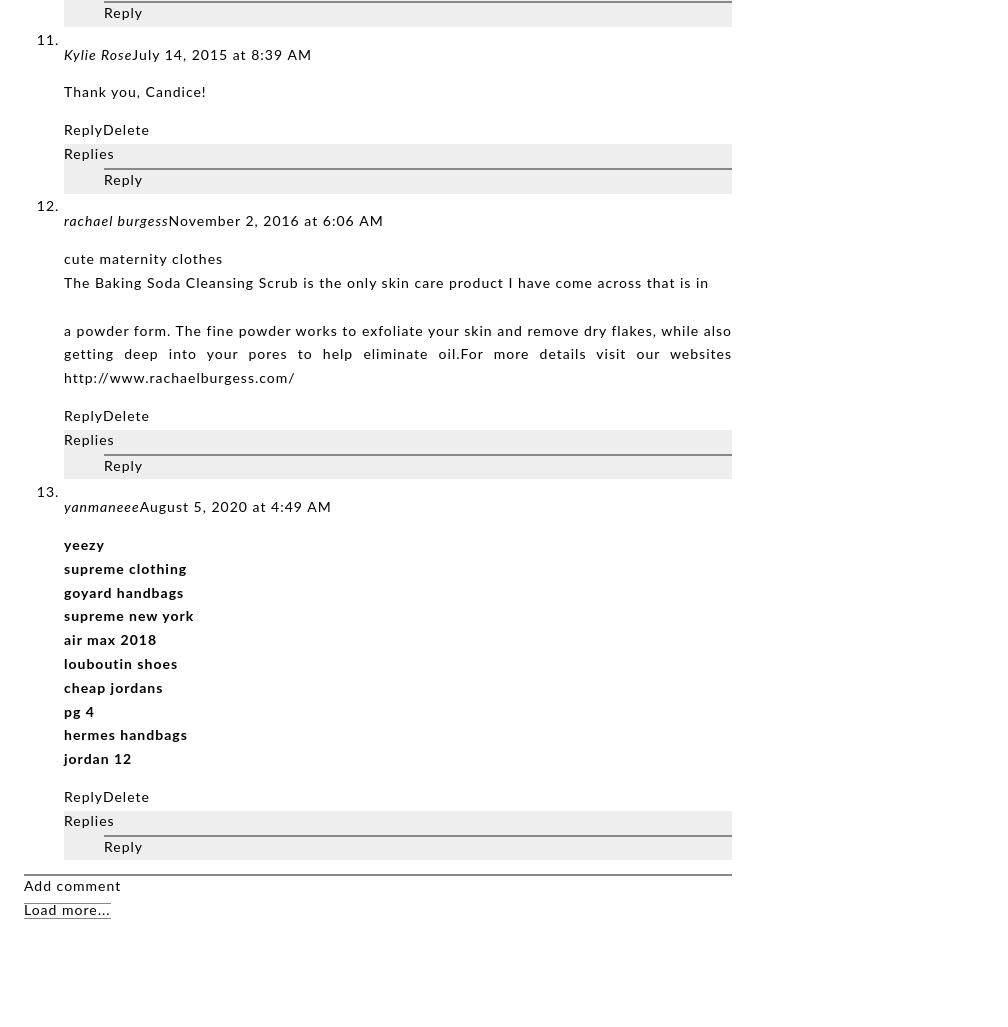 The height and width of the screenshot is (1027, 1008). What do you see at coordinates (97, 55) in the screenshot?
I see `'Kylie Rose'` at bounding box center [97, 55].